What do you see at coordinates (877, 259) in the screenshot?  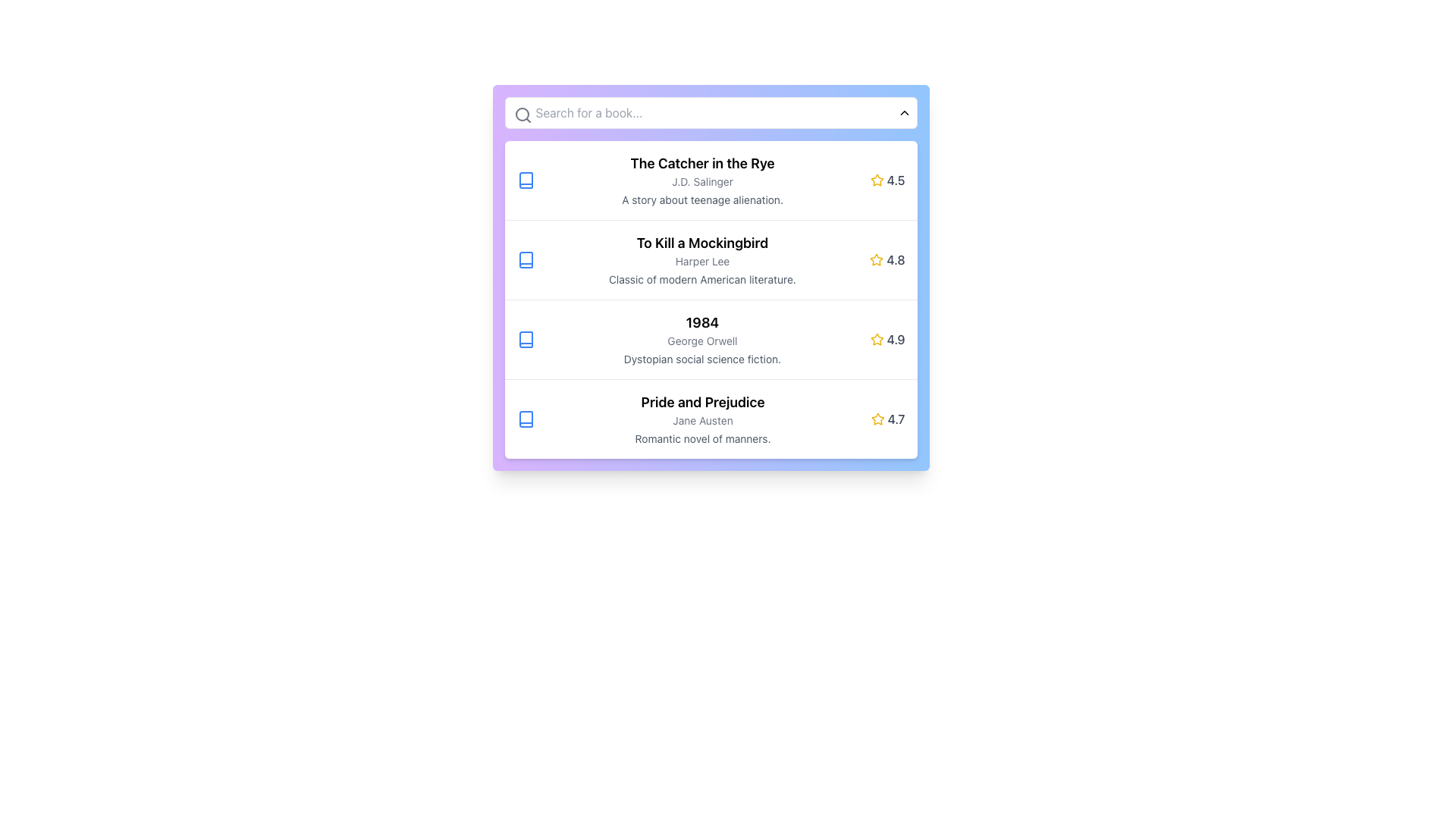 I see `the Star rating icon located next to the numeric rating value '4.8' in the second entry of the book listing` at bounding box center [877, 259].